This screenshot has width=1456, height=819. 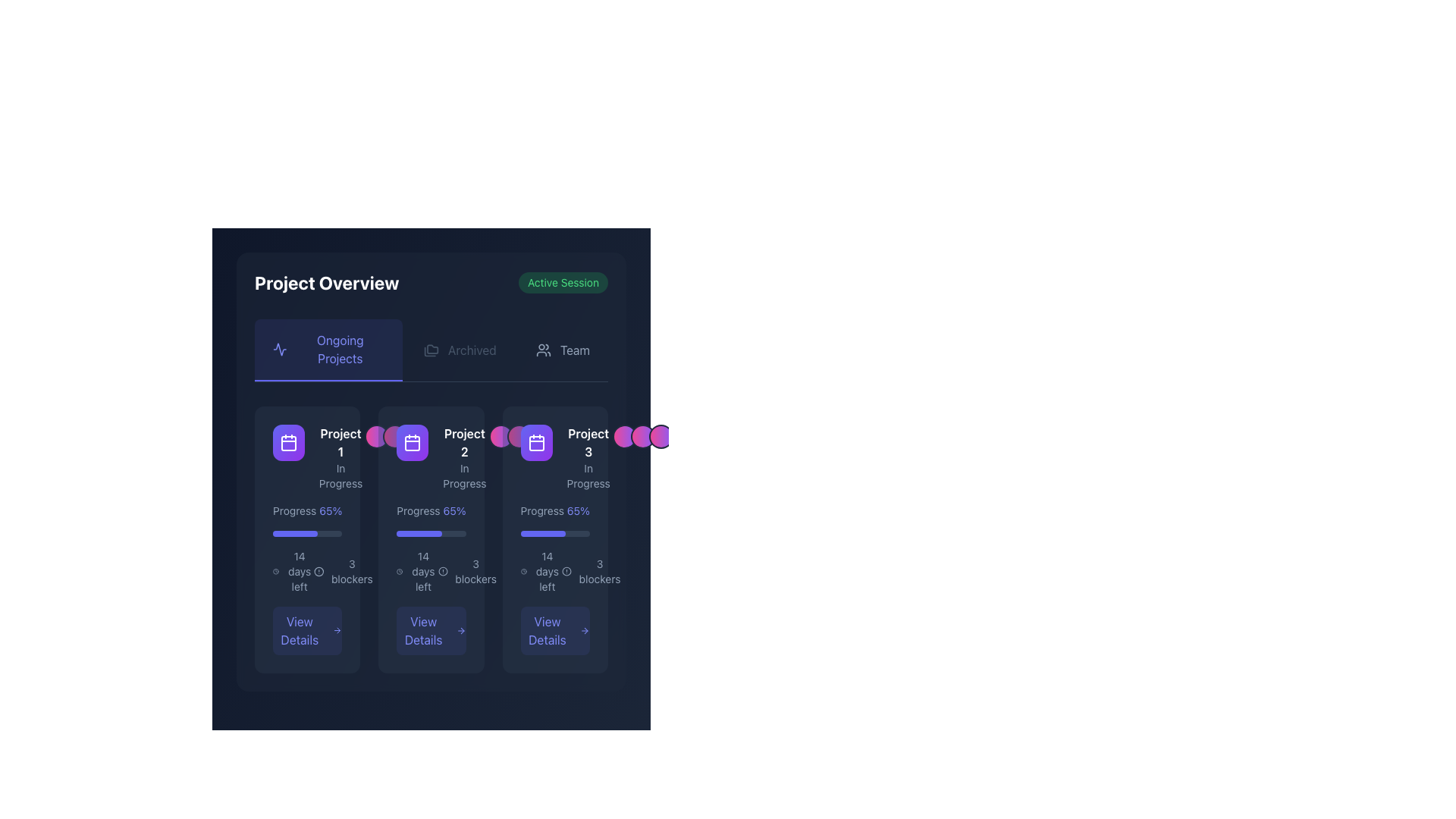 What do you see at coordinates (430, 579) in the screenshot?
I see `progress percentage ('65%') and timeframe information ('14 days left') from the Information Display located in the lower middle section of the second card in the Project Overview interface` at bounding box center [430, 579].